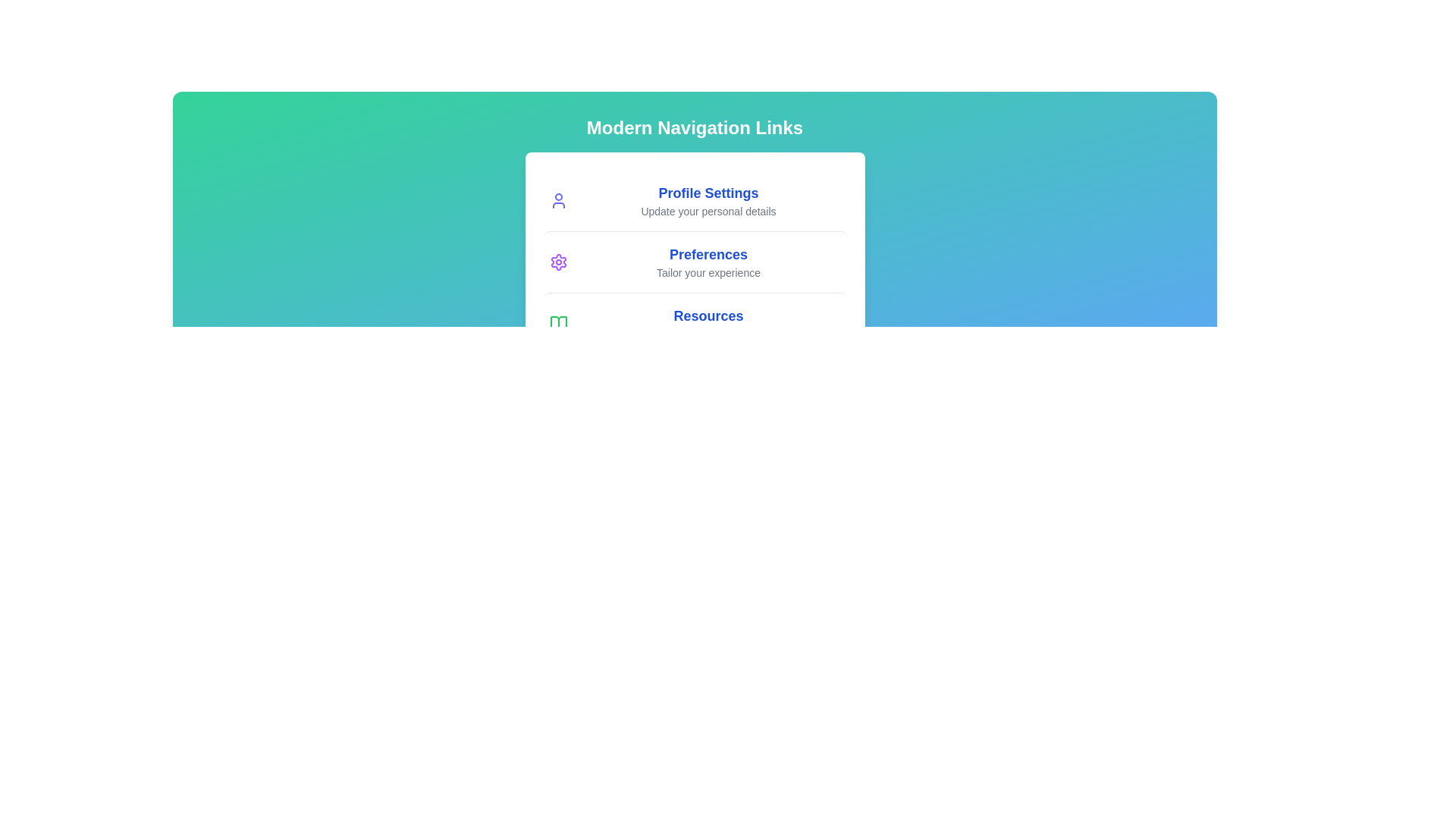  What do you see at coordinates (708, 315) in the screenshot?
I see `the 'Resources' hyperlink, which is styled with a bold font and blue color, located above the text 'Access helpful guides' in the 'Preferences' section` at bounding box center [708, 315].